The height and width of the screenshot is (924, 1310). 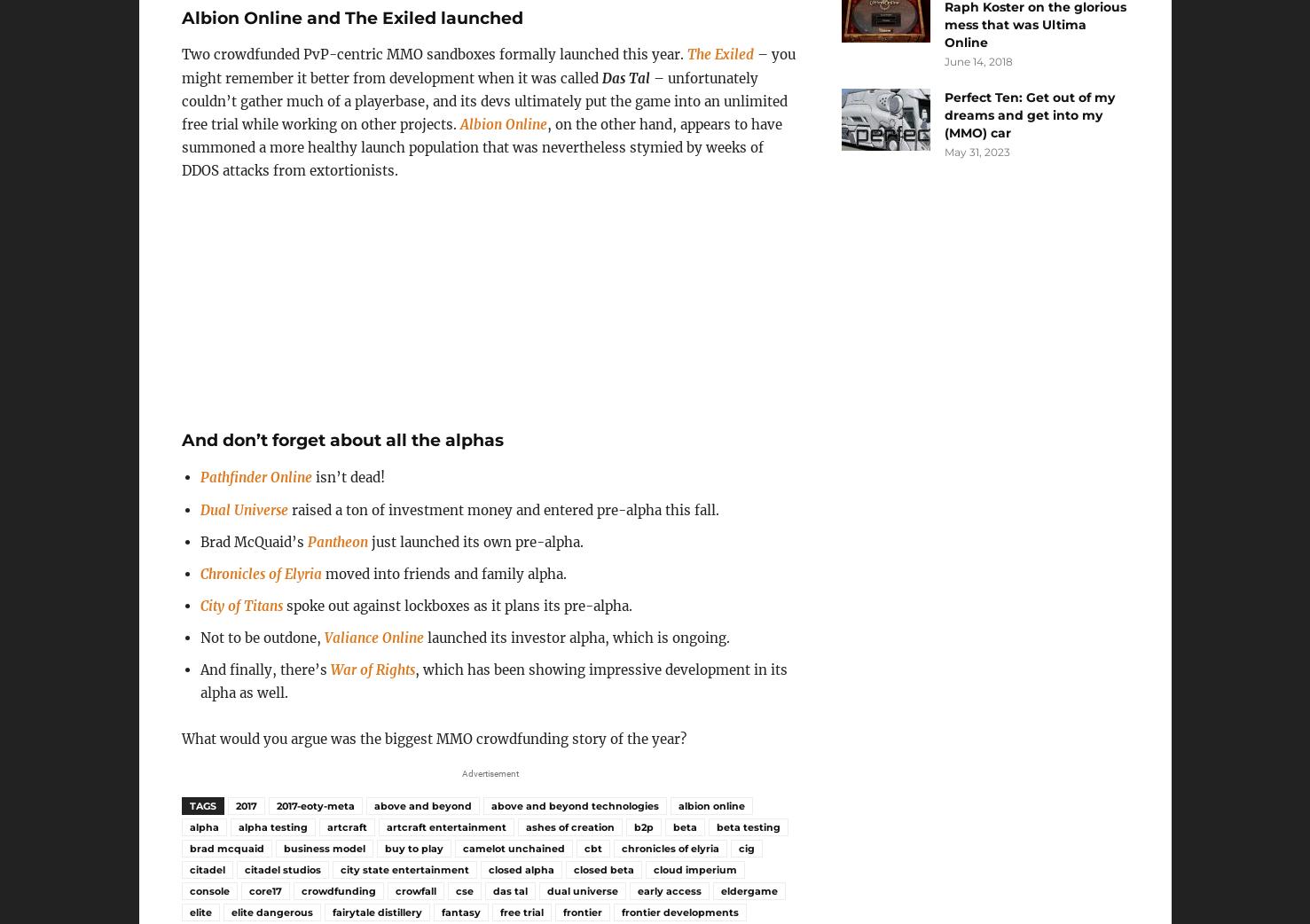 What do you see at coordinates (457, 605) in the screenshot?
I see `'spoke out against lockboxes as it plans its pre-alpha.'` at bounding box center [457, 605].